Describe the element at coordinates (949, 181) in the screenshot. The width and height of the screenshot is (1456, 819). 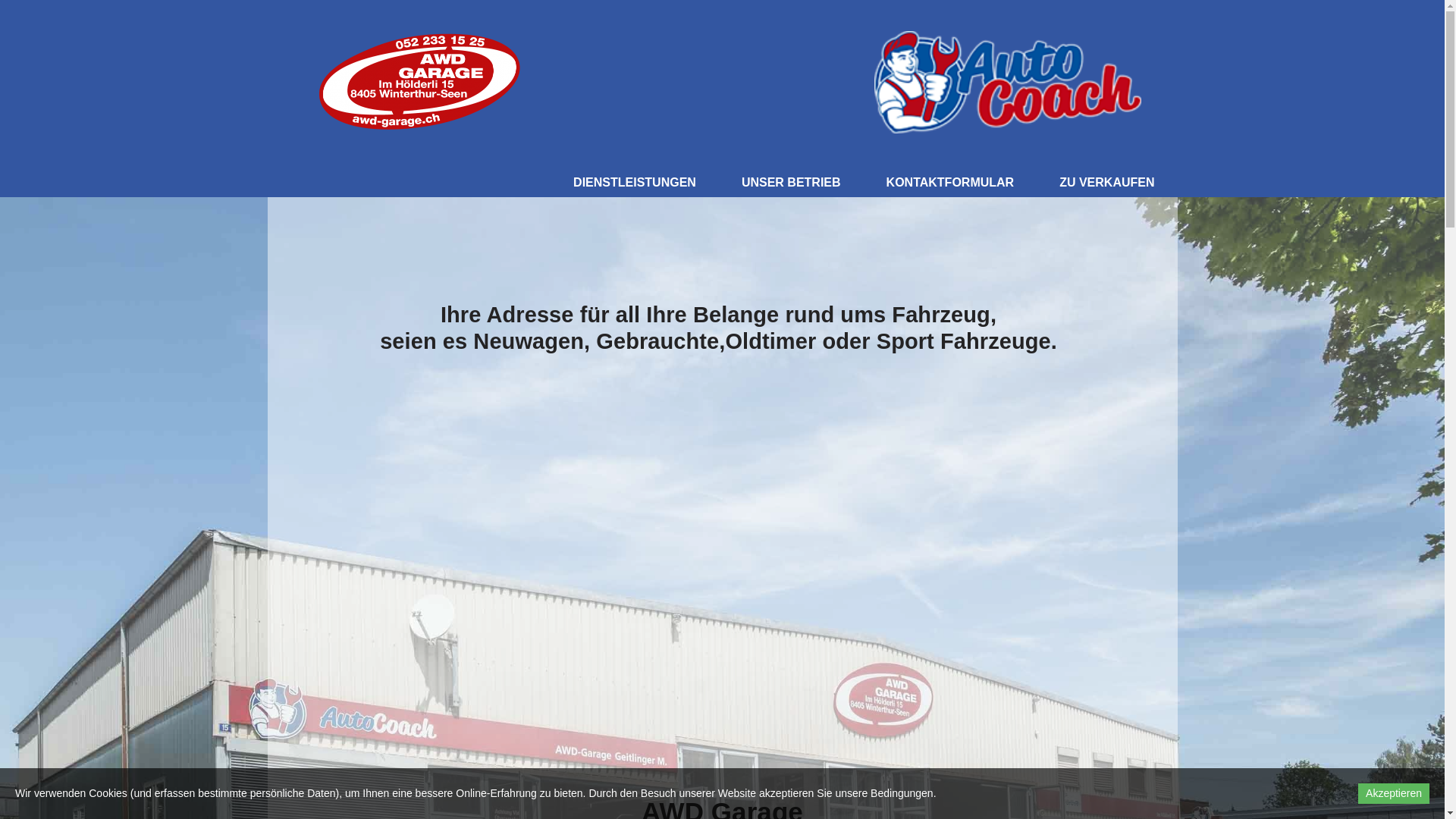
I see `'KONTAKTFORMULAR'` at that location.